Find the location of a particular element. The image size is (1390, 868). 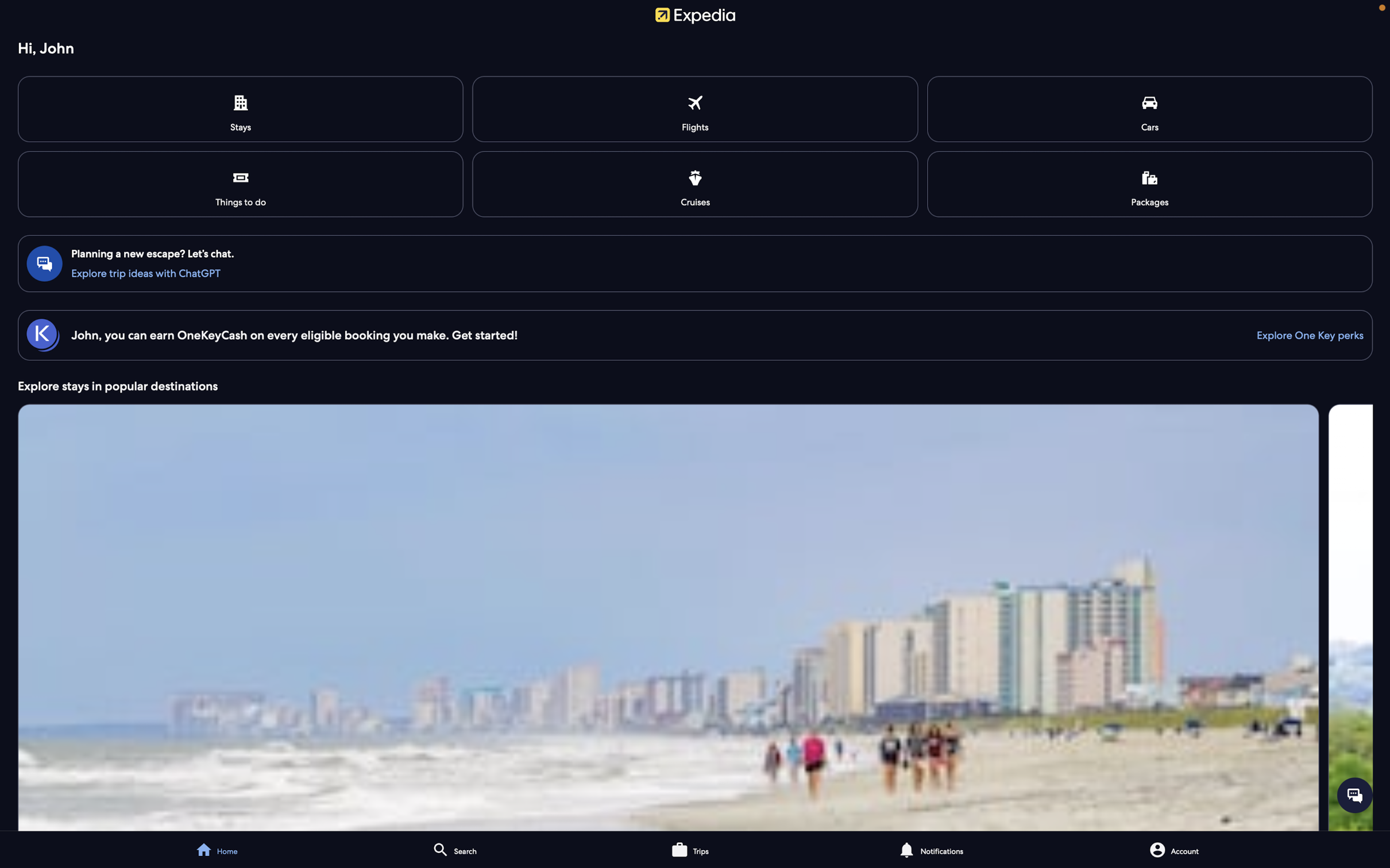

the option for exploring stays is located at coordinates (695, 615).